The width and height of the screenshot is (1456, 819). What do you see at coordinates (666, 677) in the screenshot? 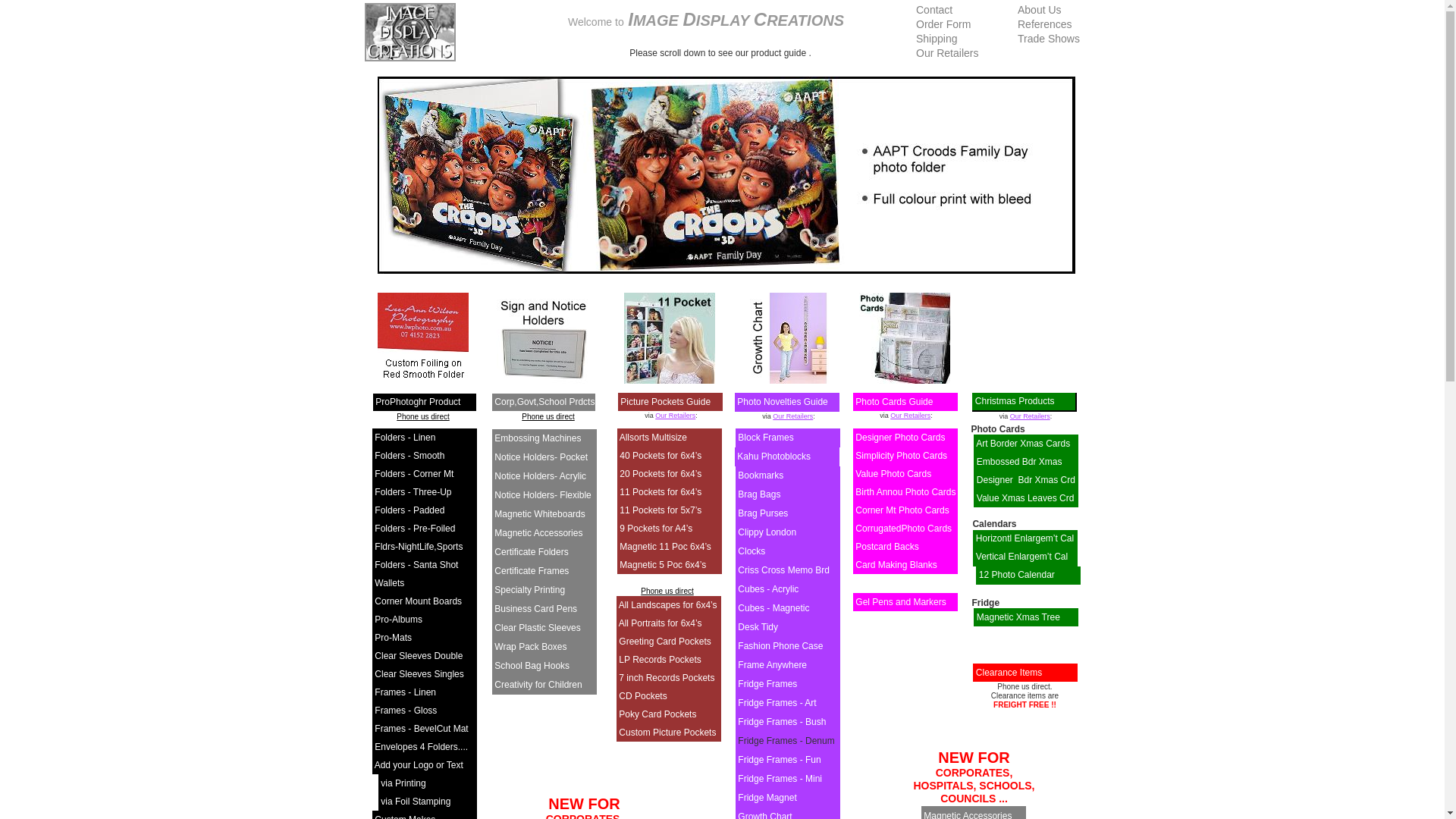
I see `'7 inch Records Pockets'` at bounding box center [666, 677].